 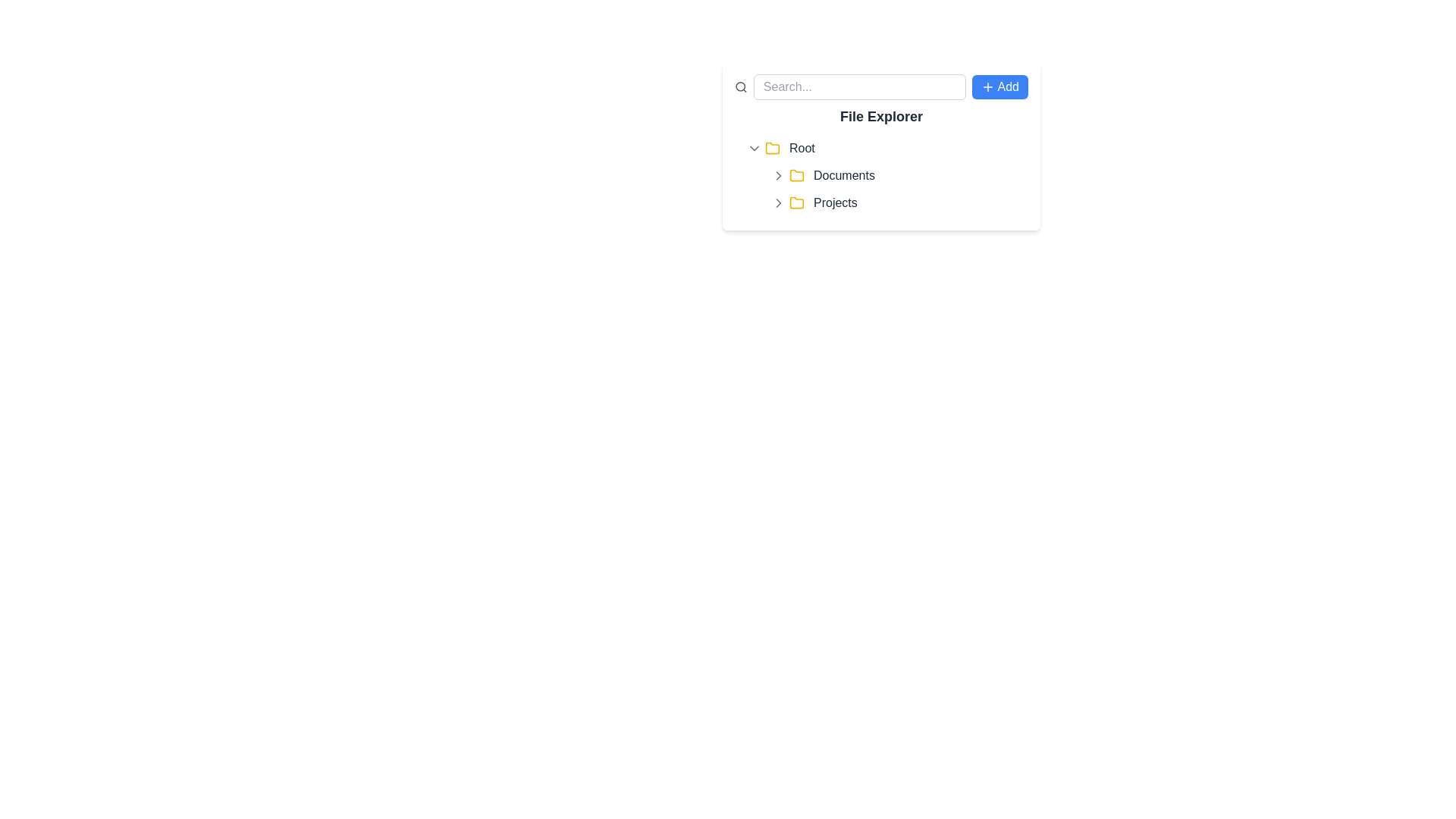 What do you see at coordinates (779, 174) in the screenshot?
I see `the expansion icon for the 'Documents' section in the file explorer` at bounding box center [779, 174].